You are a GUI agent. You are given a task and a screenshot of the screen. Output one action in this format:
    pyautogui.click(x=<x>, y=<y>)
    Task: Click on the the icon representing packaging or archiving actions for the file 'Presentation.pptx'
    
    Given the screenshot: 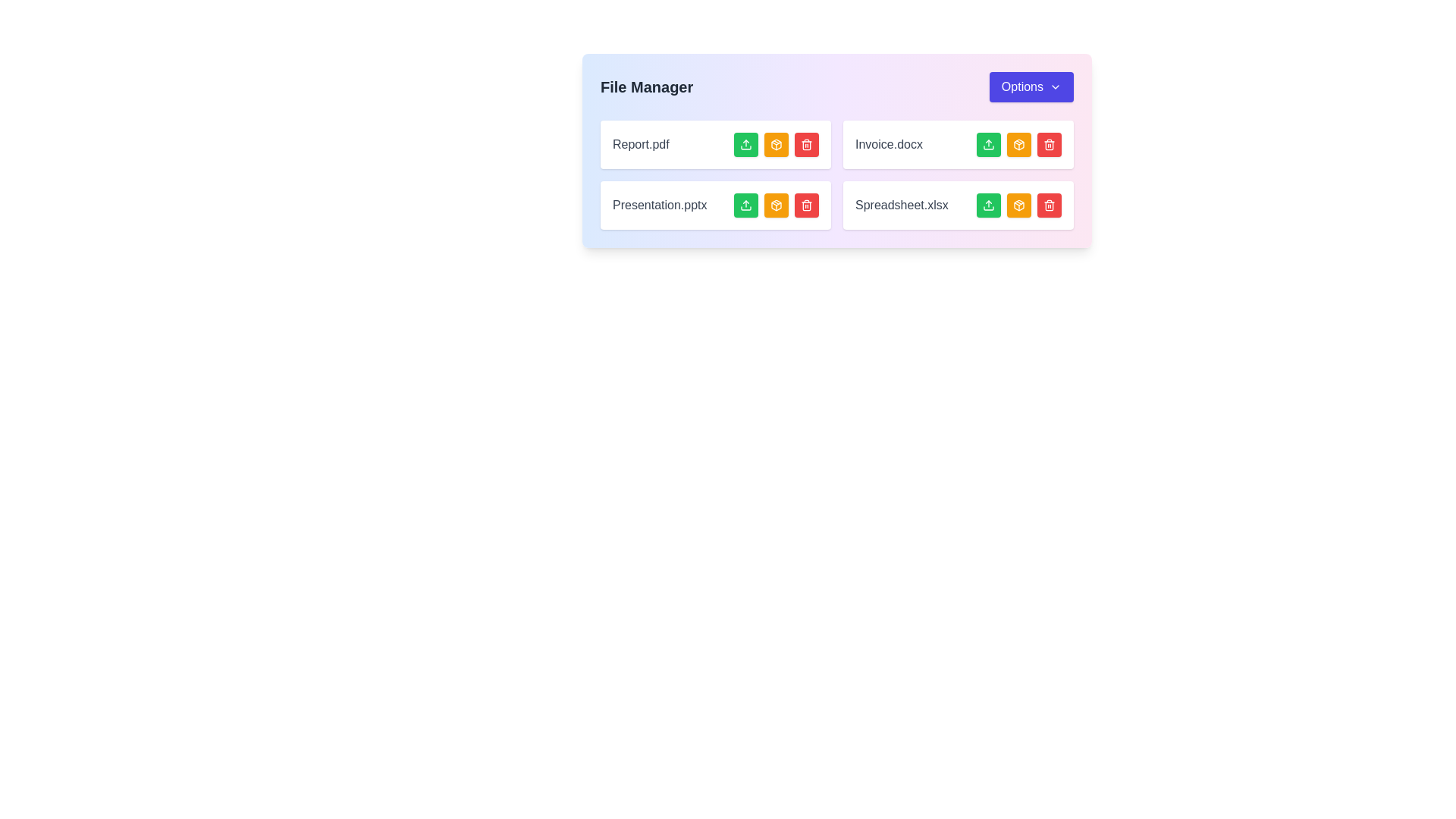 What is the action you would take?
    pyautogui.click(x=776, y=145)
    